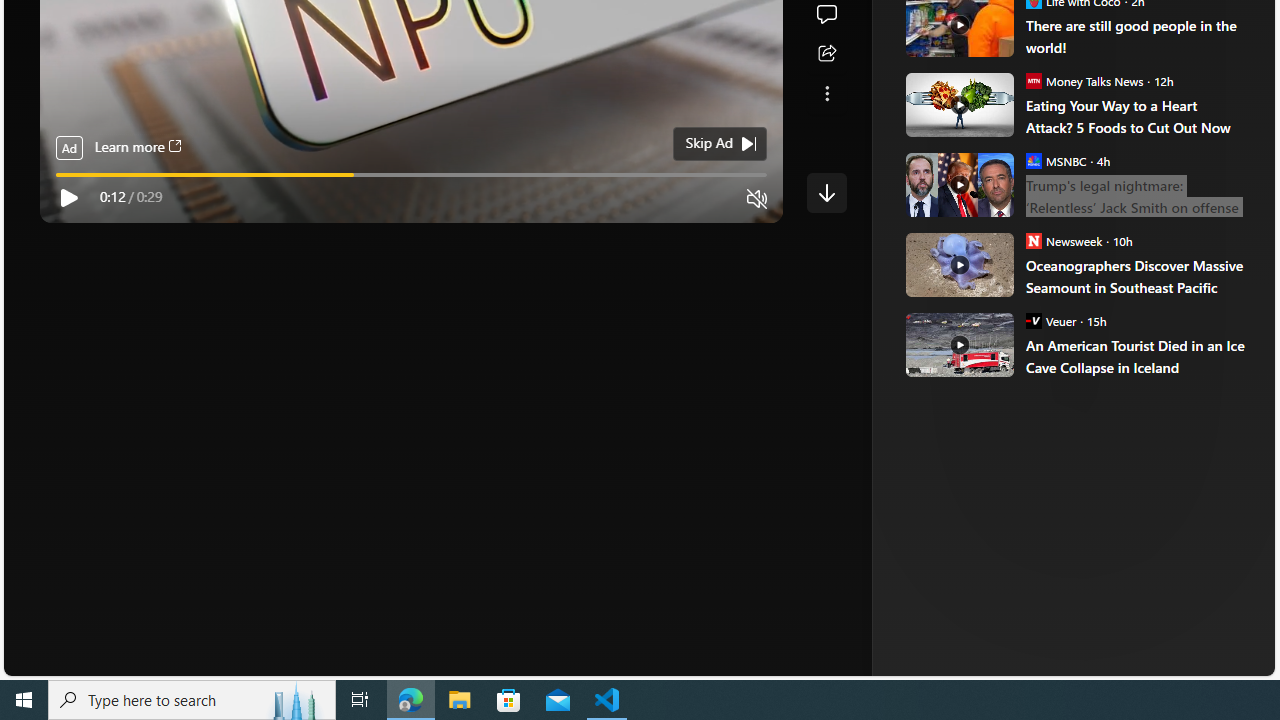 The width and height of the screenshot is (1280, 720). I want to click on 'Newsweek', so click(1033, 239).